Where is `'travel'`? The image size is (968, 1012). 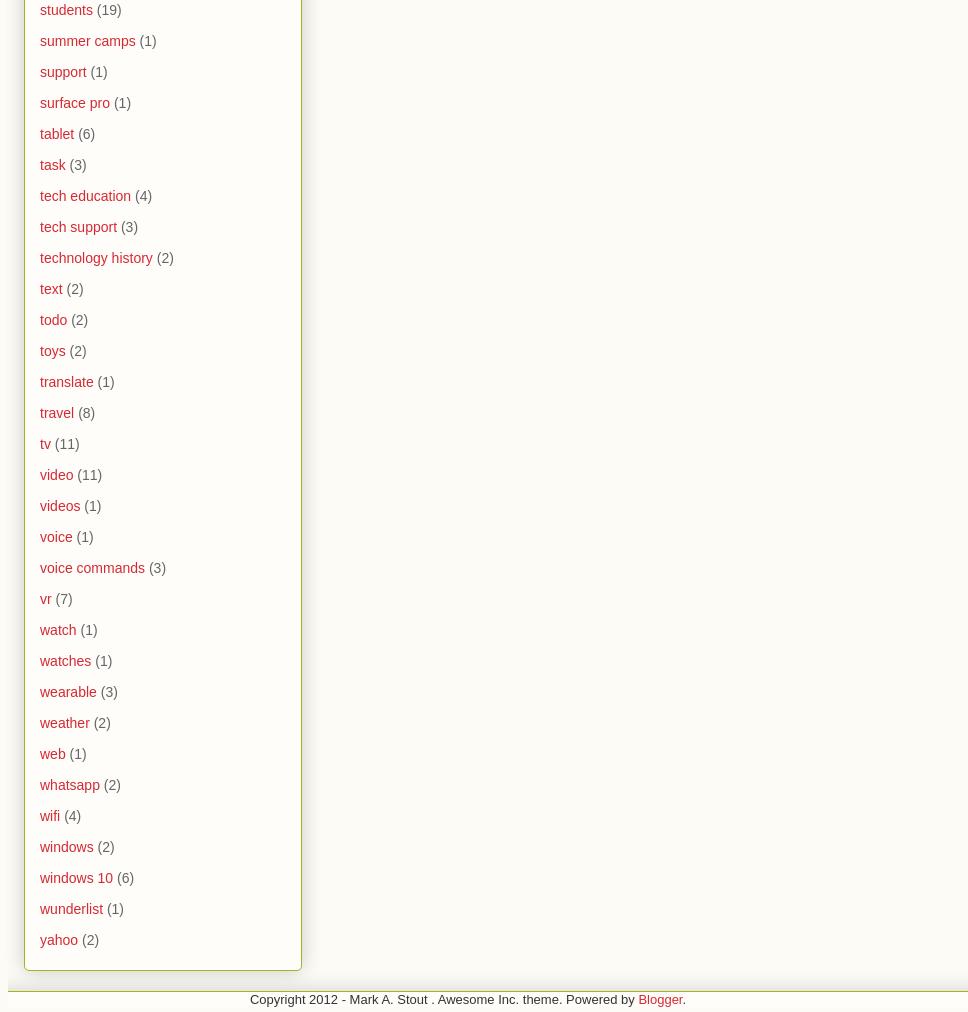
'travel' is located at coordinates (56, 412).